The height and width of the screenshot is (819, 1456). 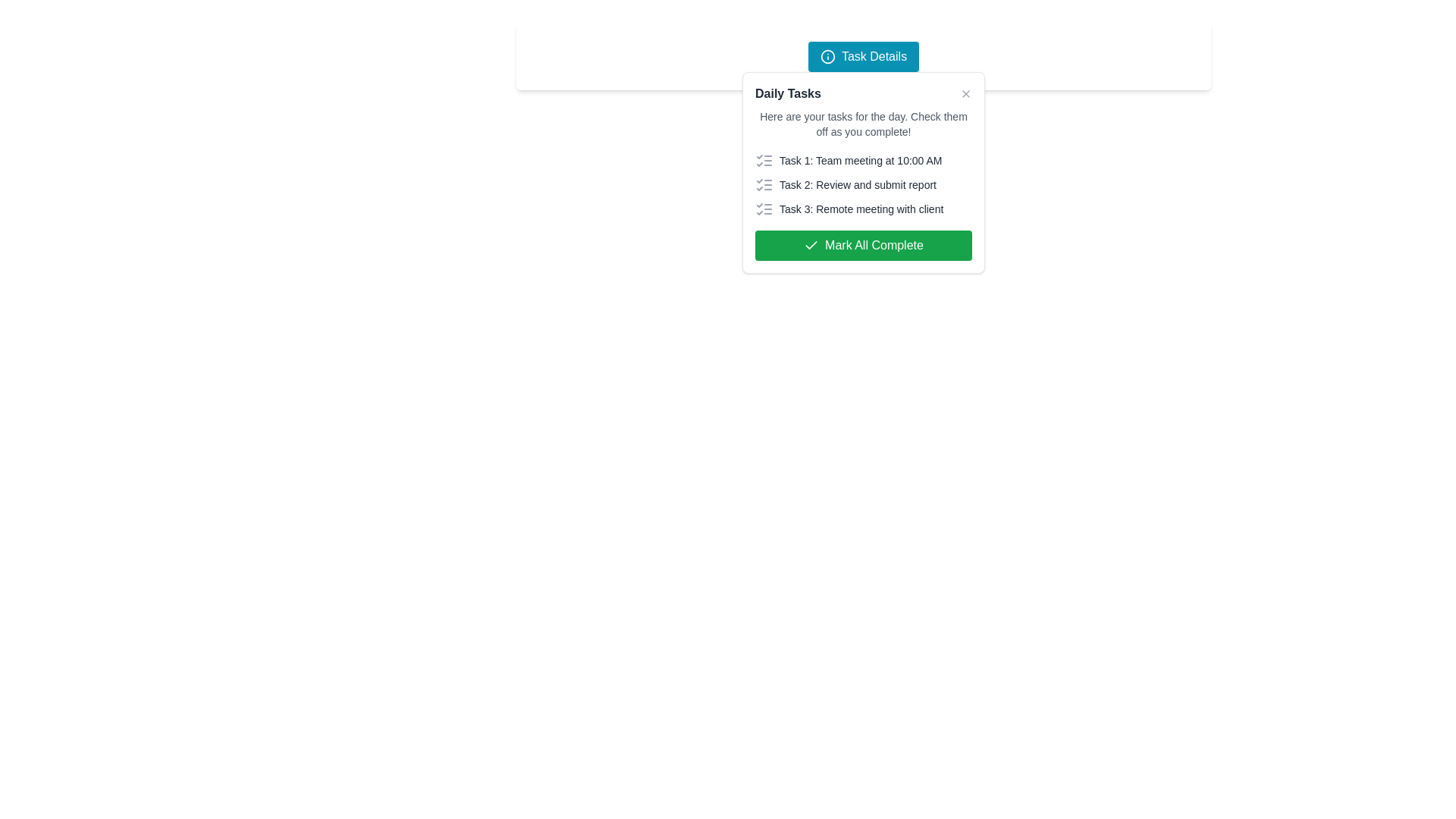 I want to click on or click on the individual tasks within the 'Daily Tasks' component, which is a composite UI element that includes text, icons, and a 'Mark All Complete' button, so click(x=863, y=171).